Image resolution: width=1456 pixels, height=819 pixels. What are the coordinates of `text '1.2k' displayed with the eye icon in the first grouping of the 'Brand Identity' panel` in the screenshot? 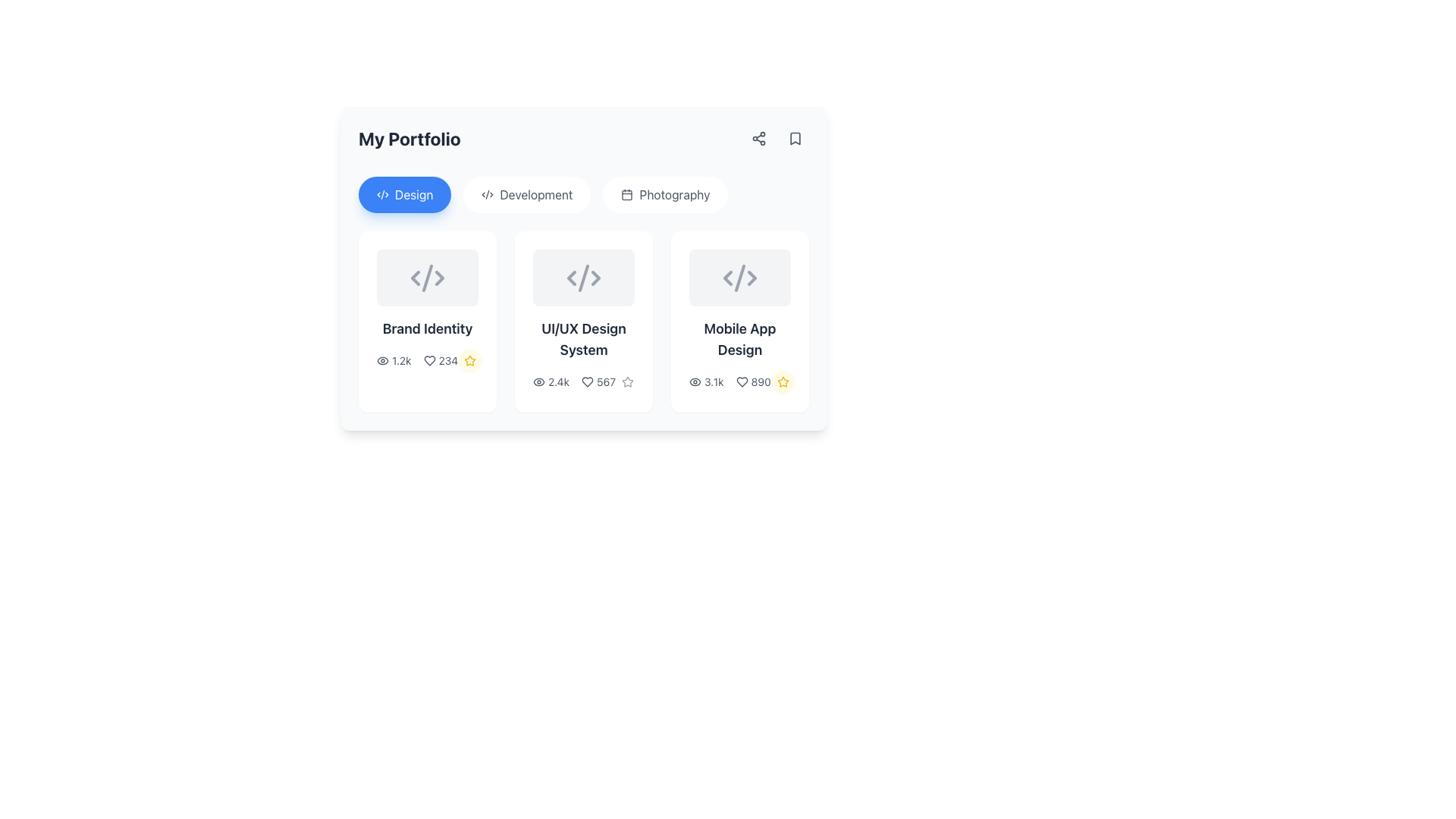 It's located at (394, 361).